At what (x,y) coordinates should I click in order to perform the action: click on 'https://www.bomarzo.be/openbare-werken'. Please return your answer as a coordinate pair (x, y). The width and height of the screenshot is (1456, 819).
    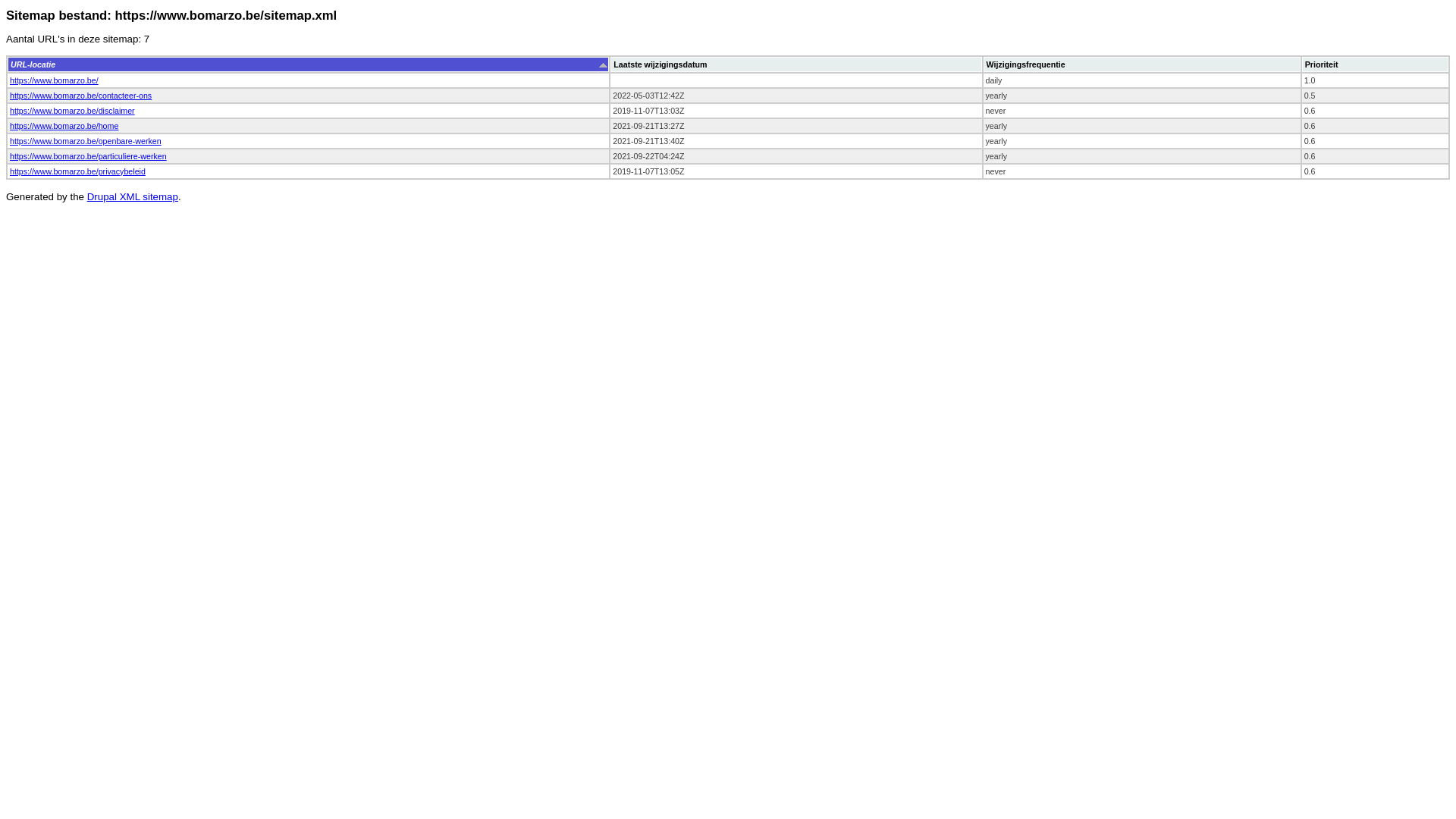
    Looking at the image, I should click on (10, 140).